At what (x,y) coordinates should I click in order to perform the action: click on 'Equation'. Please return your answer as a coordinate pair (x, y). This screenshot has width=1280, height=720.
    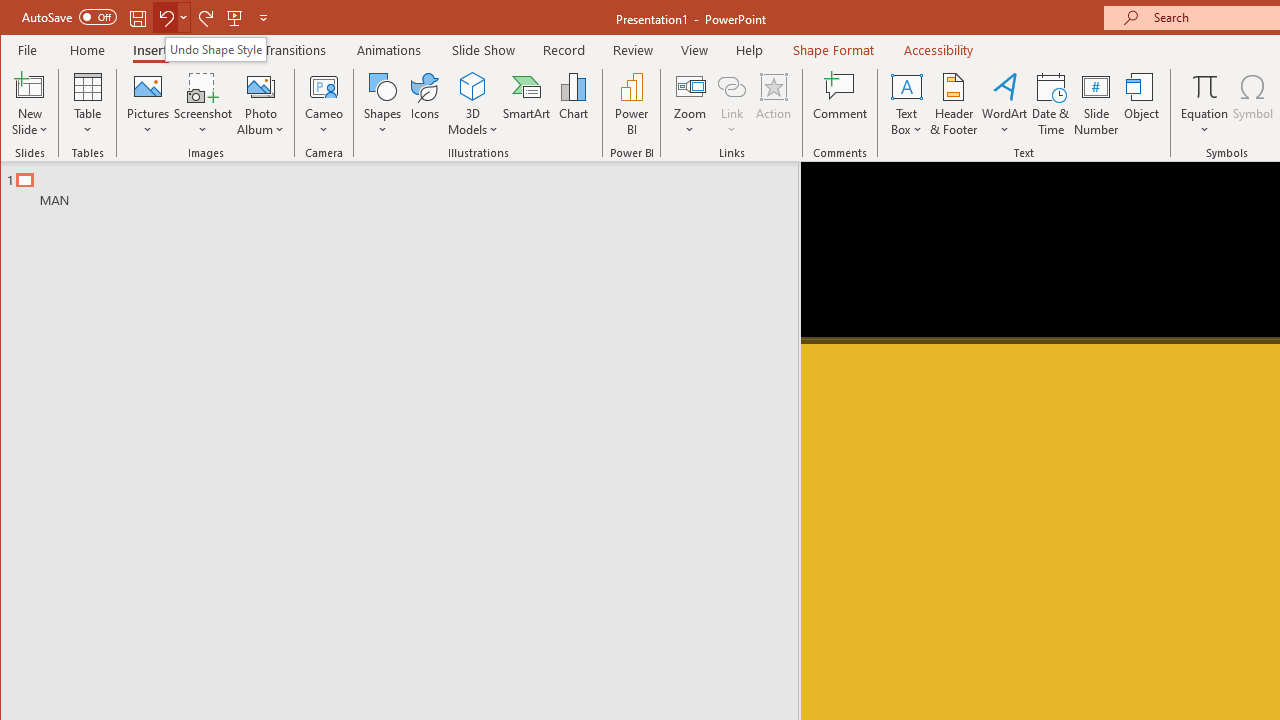
    Looking at the image, I should click on (1204, 104).